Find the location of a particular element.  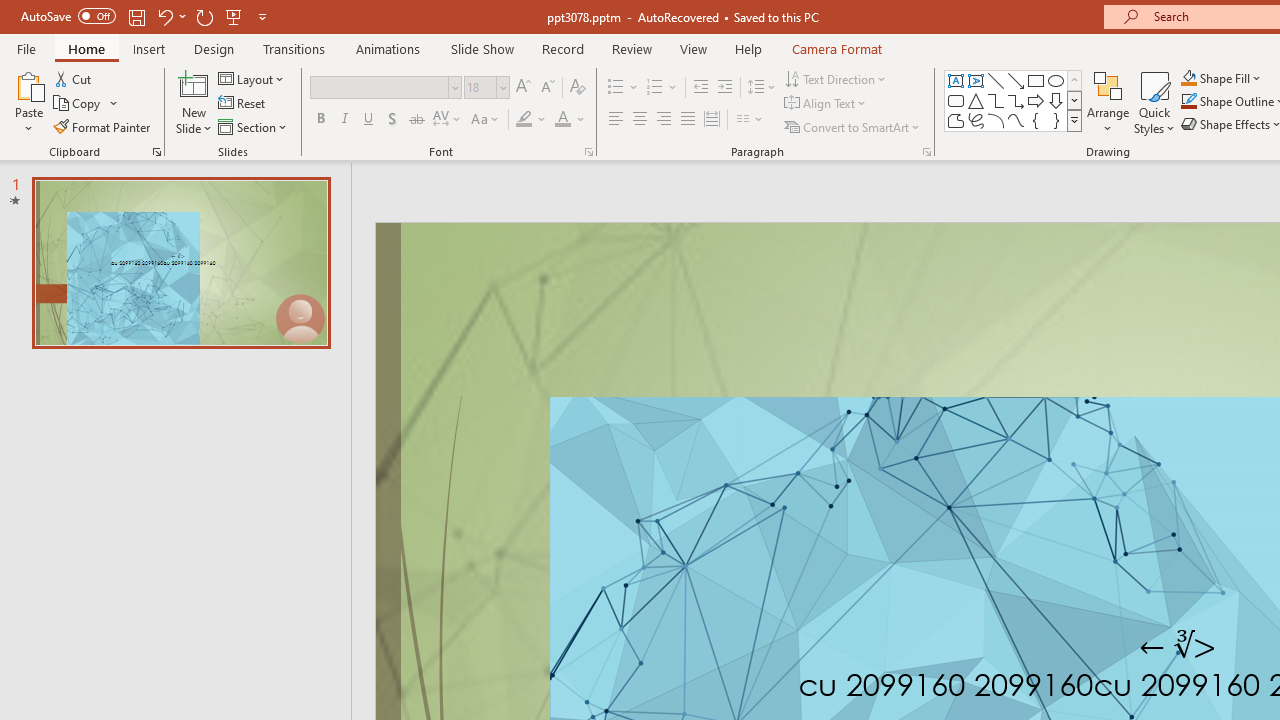

'Shapes' is located at coordinates (1073, 120).